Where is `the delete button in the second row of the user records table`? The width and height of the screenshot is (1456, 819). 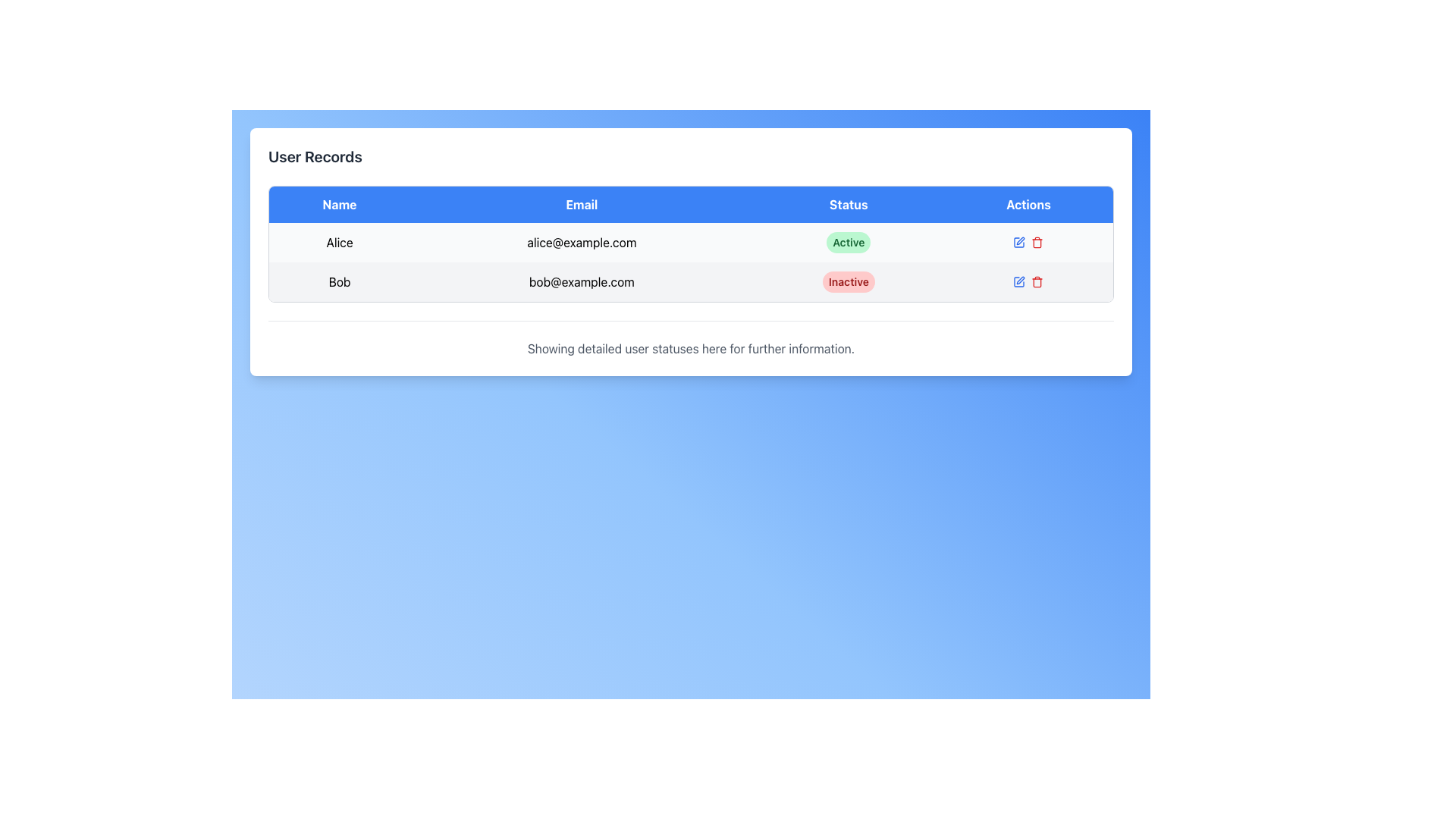 the delete button in the second row of the user records table is located at coordinates (1037, 281).